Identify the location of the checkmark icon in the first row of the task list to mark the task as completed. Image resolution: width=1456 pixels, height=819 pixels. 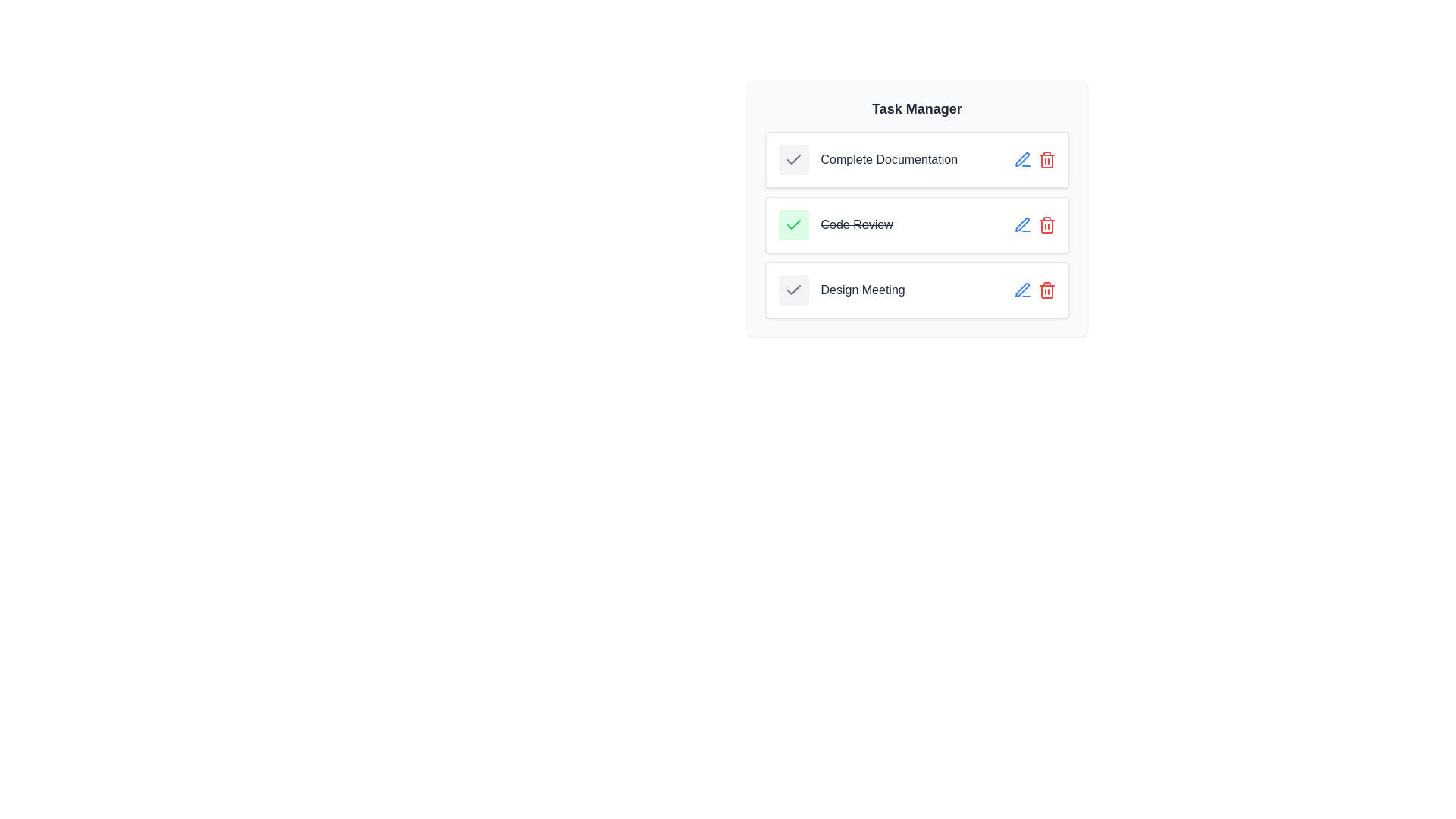
(916, 160).